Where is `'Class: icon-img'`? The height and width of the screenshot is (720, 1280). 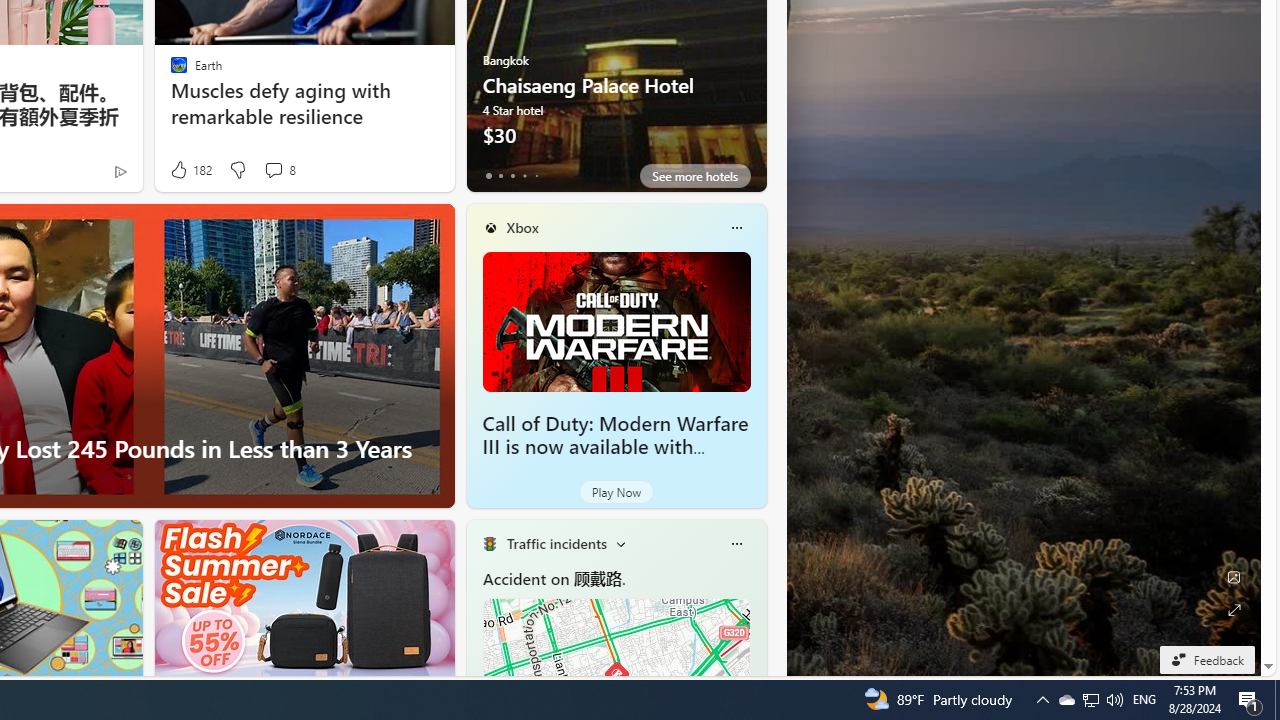
'Class: icon-img' is located at coordinates (735, 543).